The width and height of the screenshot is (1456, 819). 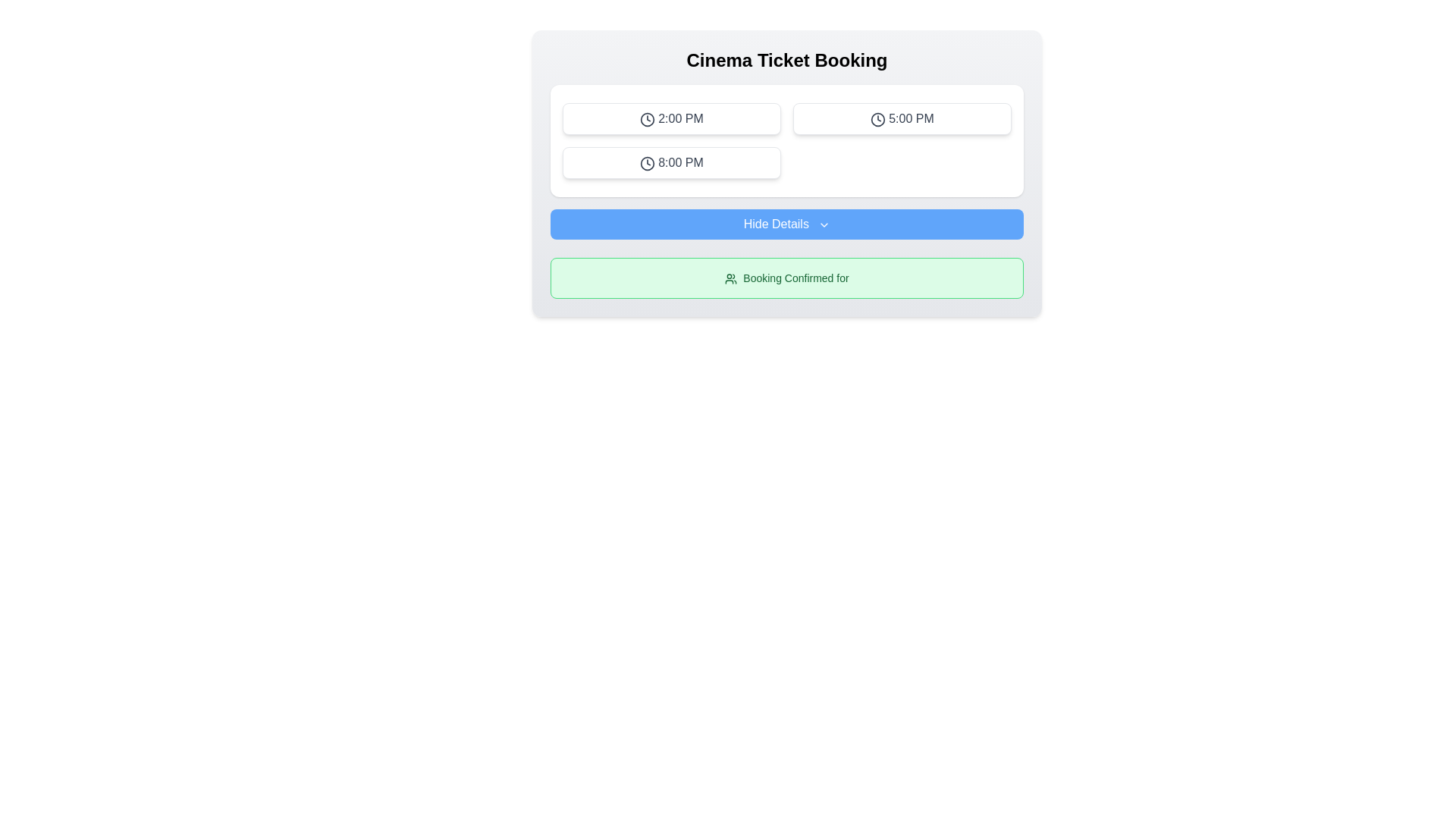 I want to click on the green inline icon depicting a group of users, which is positioned left of the text 'Booking Confirmed for', so click(x=731, y=279).